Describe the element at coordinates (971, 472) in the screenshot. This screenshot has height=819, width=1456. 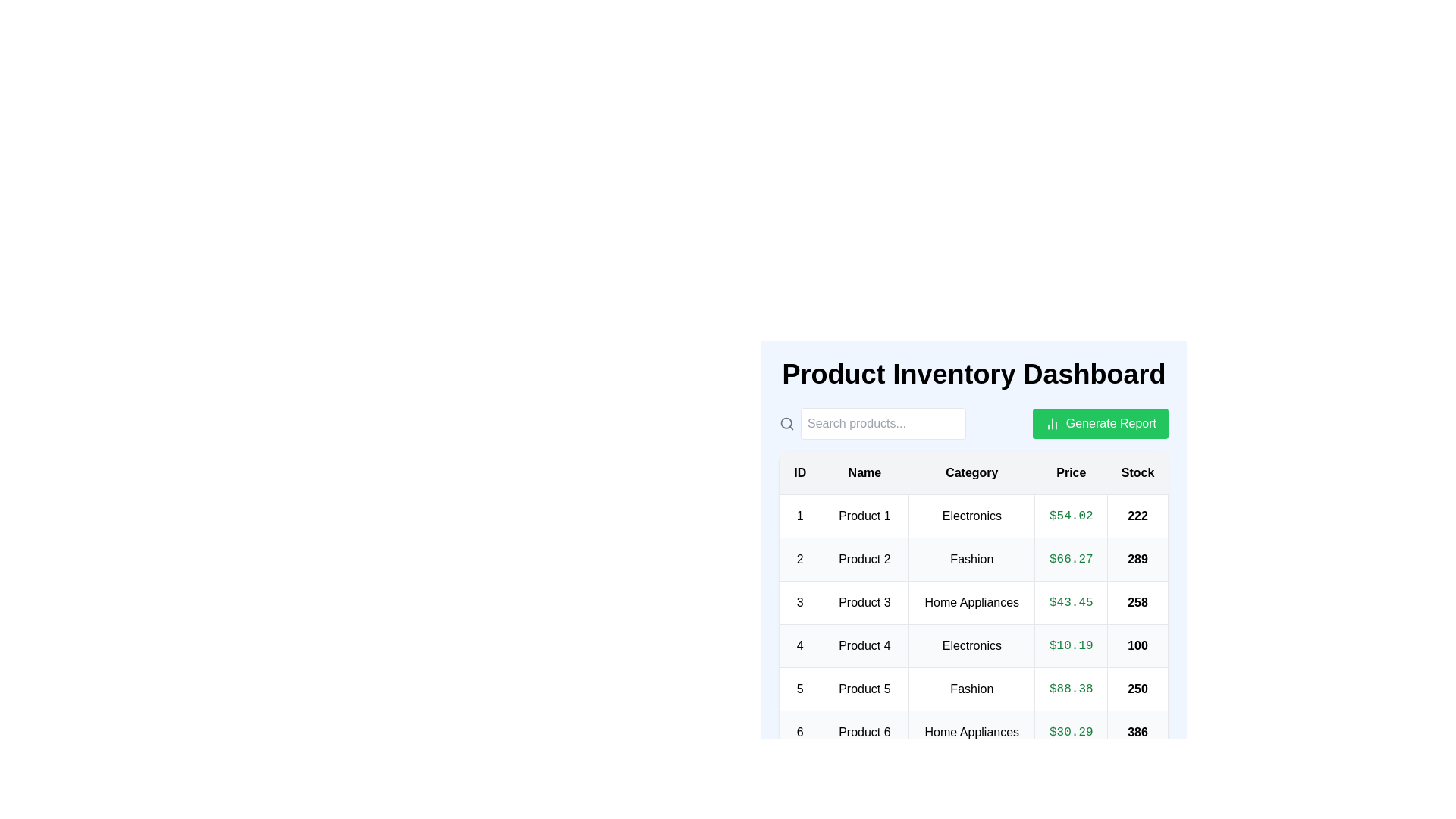
I see `the header of the column Category to sort the table by that column` at that location.